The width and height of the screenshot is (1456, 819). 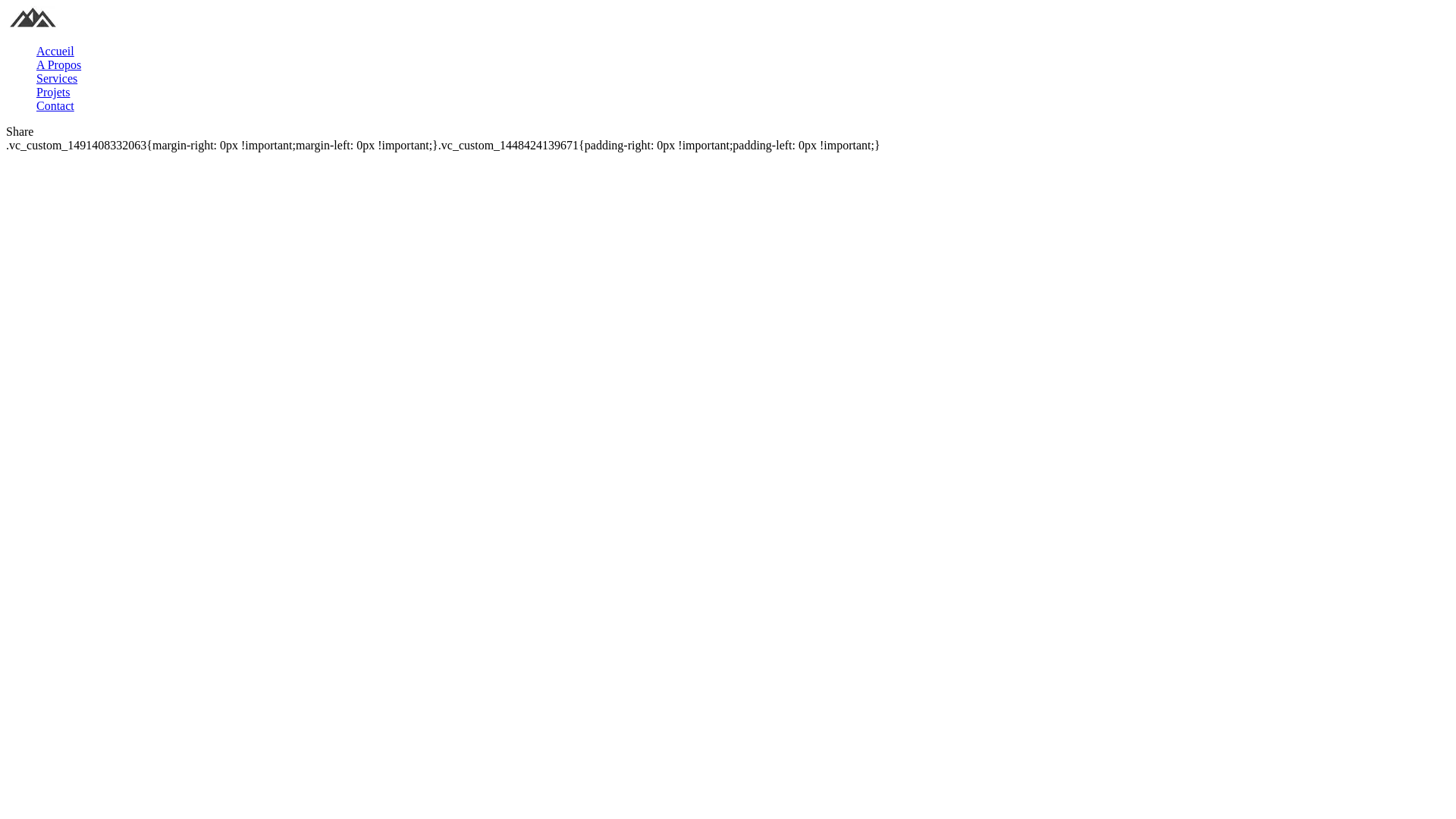 What do you see at coordinates (58, 64) in the screenshot?
I see `'A Propos'` at bounding box center [58, 64].